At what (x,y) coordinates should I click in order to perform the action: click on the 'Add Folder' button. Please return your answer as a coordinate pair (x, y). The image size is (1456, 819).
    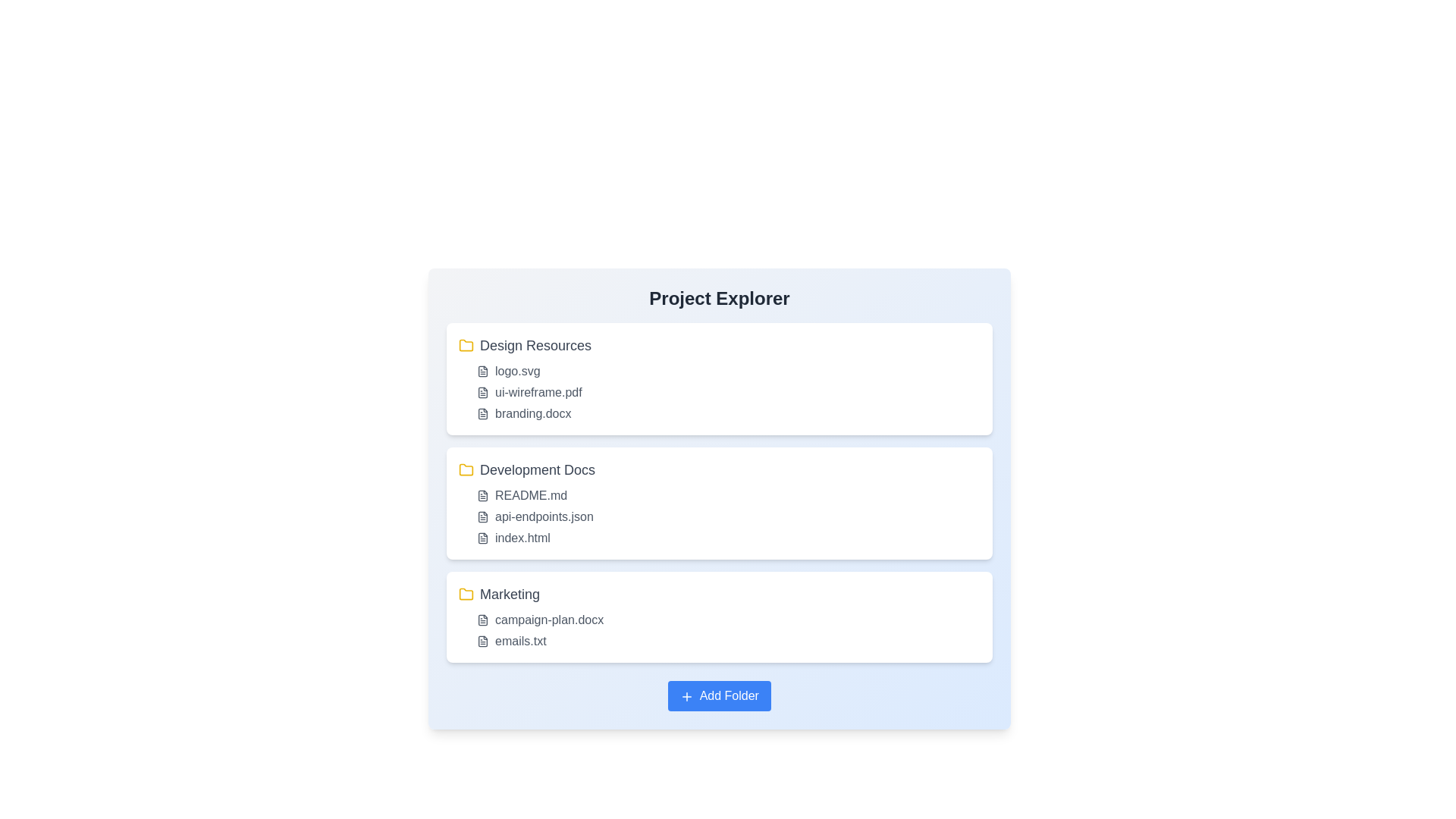
    Looking at the image, I should click on (719, 696).